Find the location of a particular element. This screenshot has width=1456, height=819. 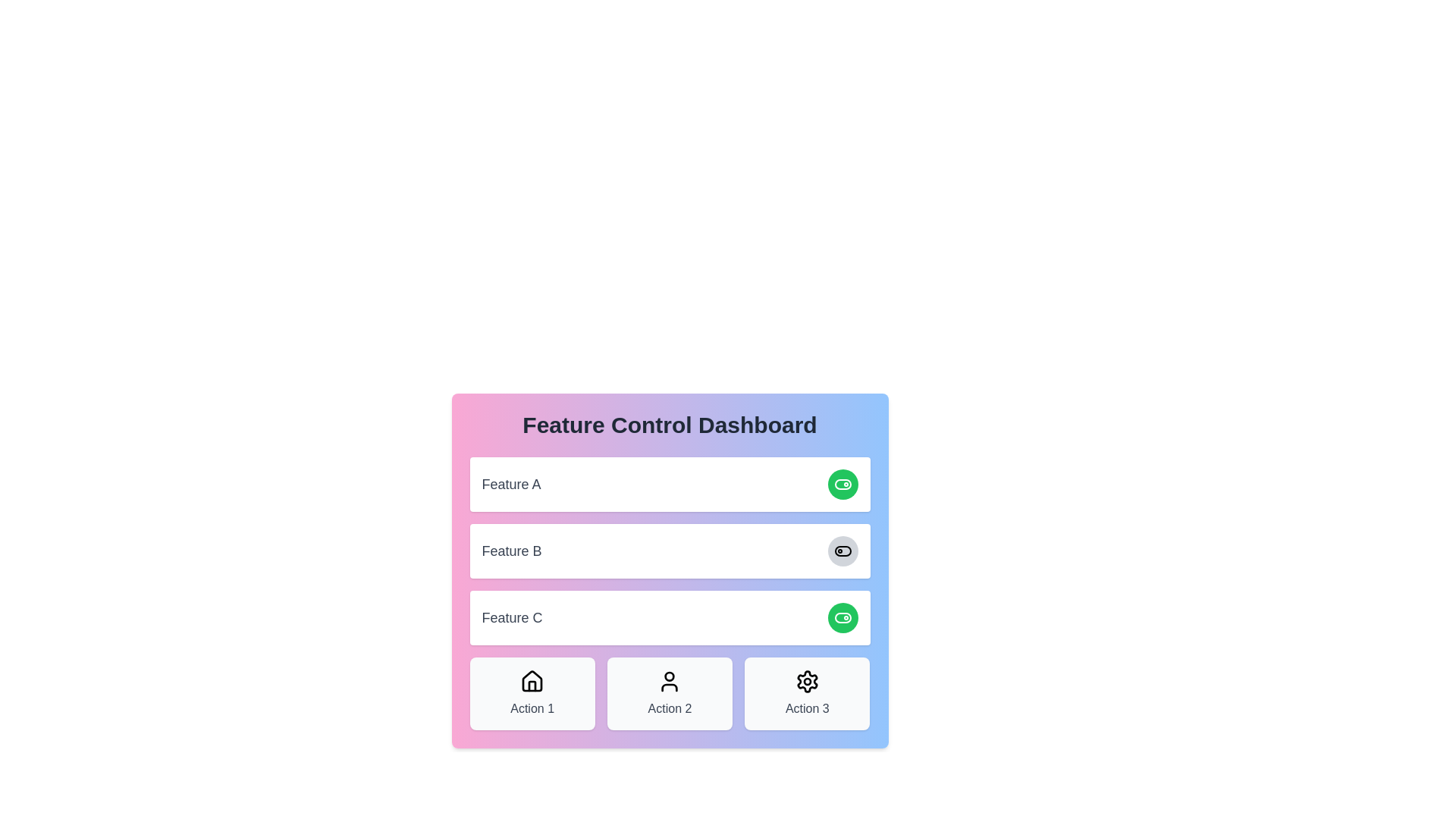

the header text label at the top of the panel with a gradient background, which indicates the primary purpose of the section below is located at coordinates (669, 425).